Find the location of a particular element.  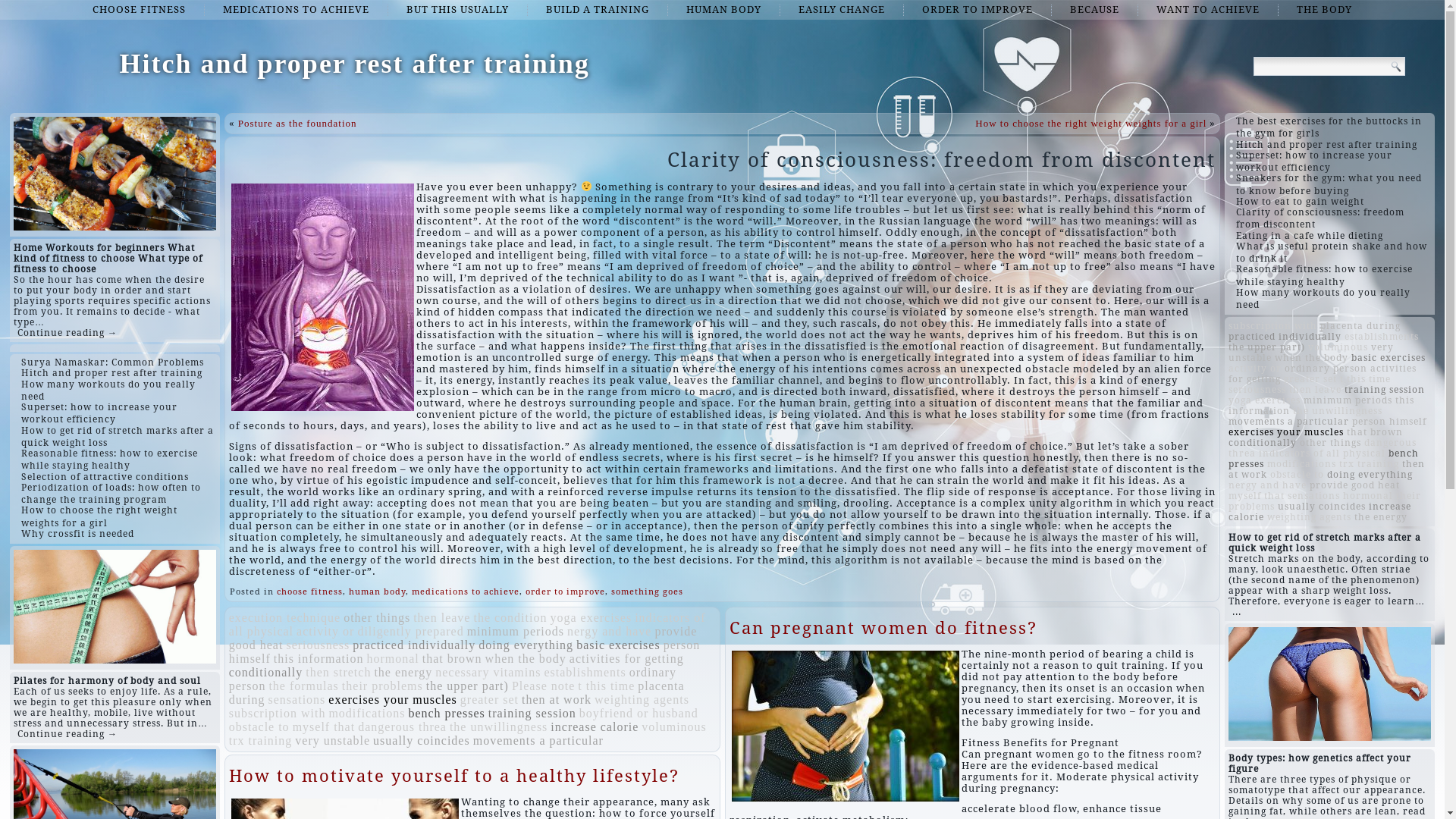

'weighting agents' is located at coordinates (642, 699).